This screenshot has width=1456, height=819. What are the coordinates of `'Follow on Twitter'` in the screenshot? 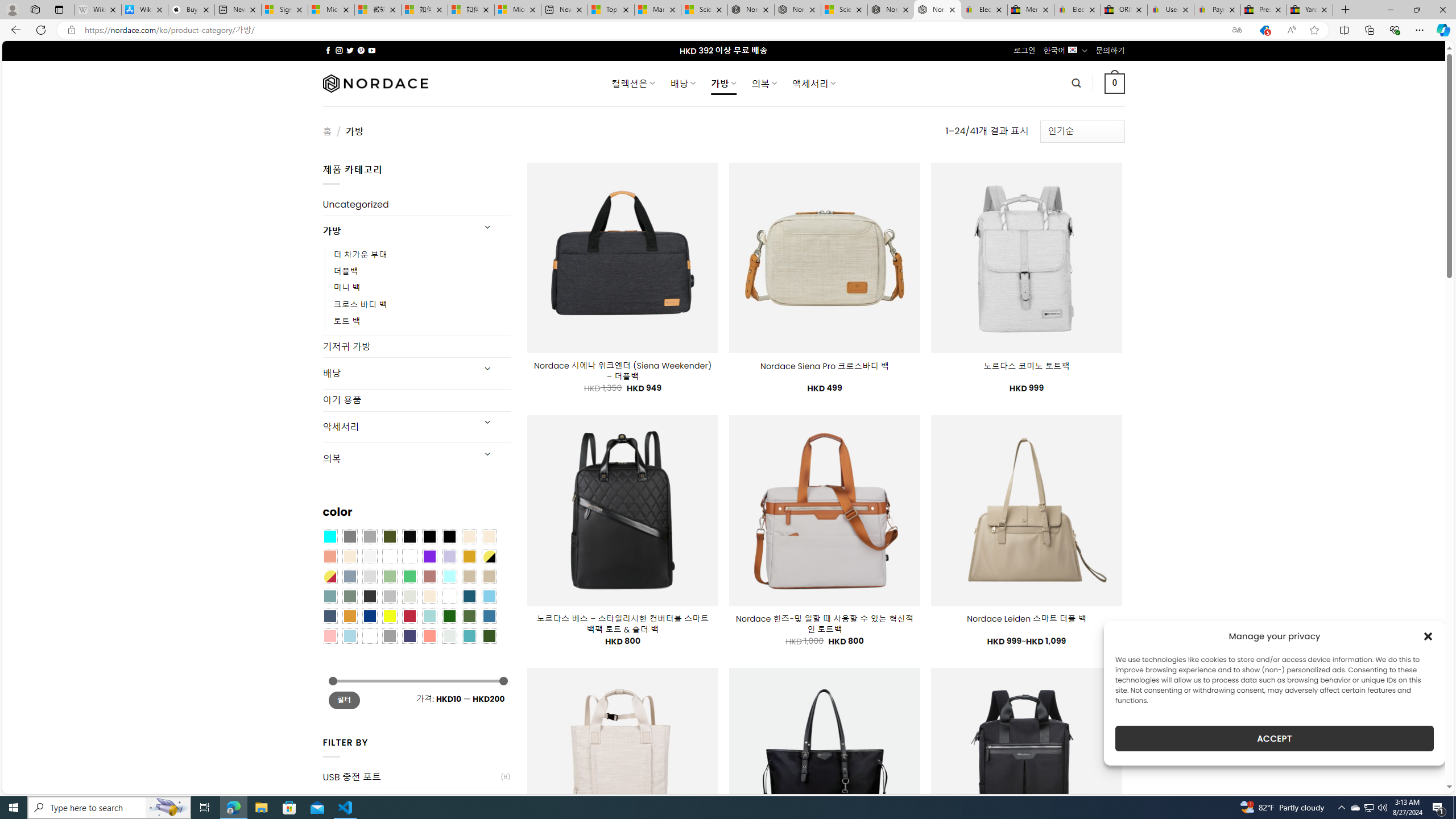 It's located at (350, 50).